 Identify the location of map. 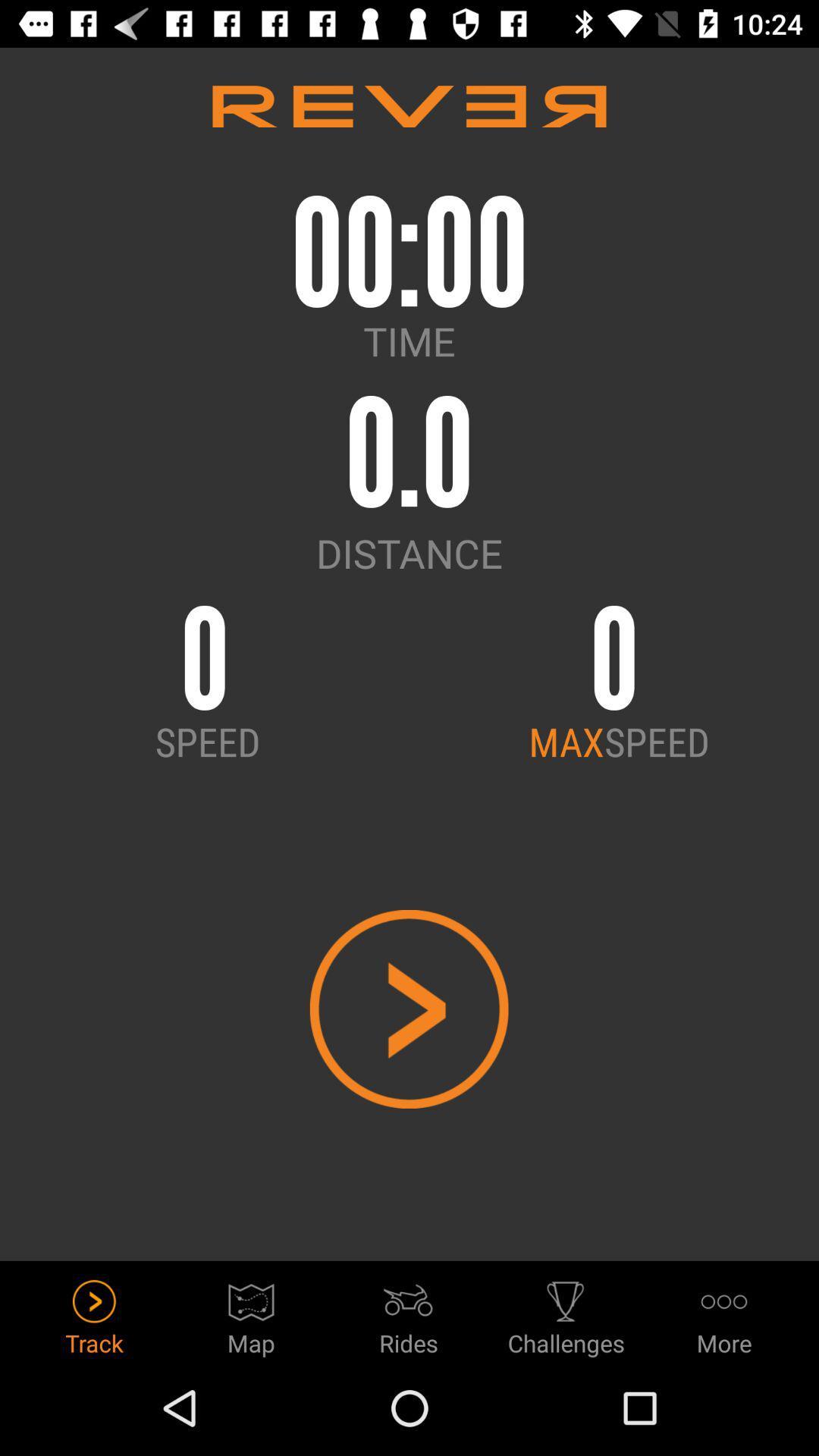
(250, 1313).